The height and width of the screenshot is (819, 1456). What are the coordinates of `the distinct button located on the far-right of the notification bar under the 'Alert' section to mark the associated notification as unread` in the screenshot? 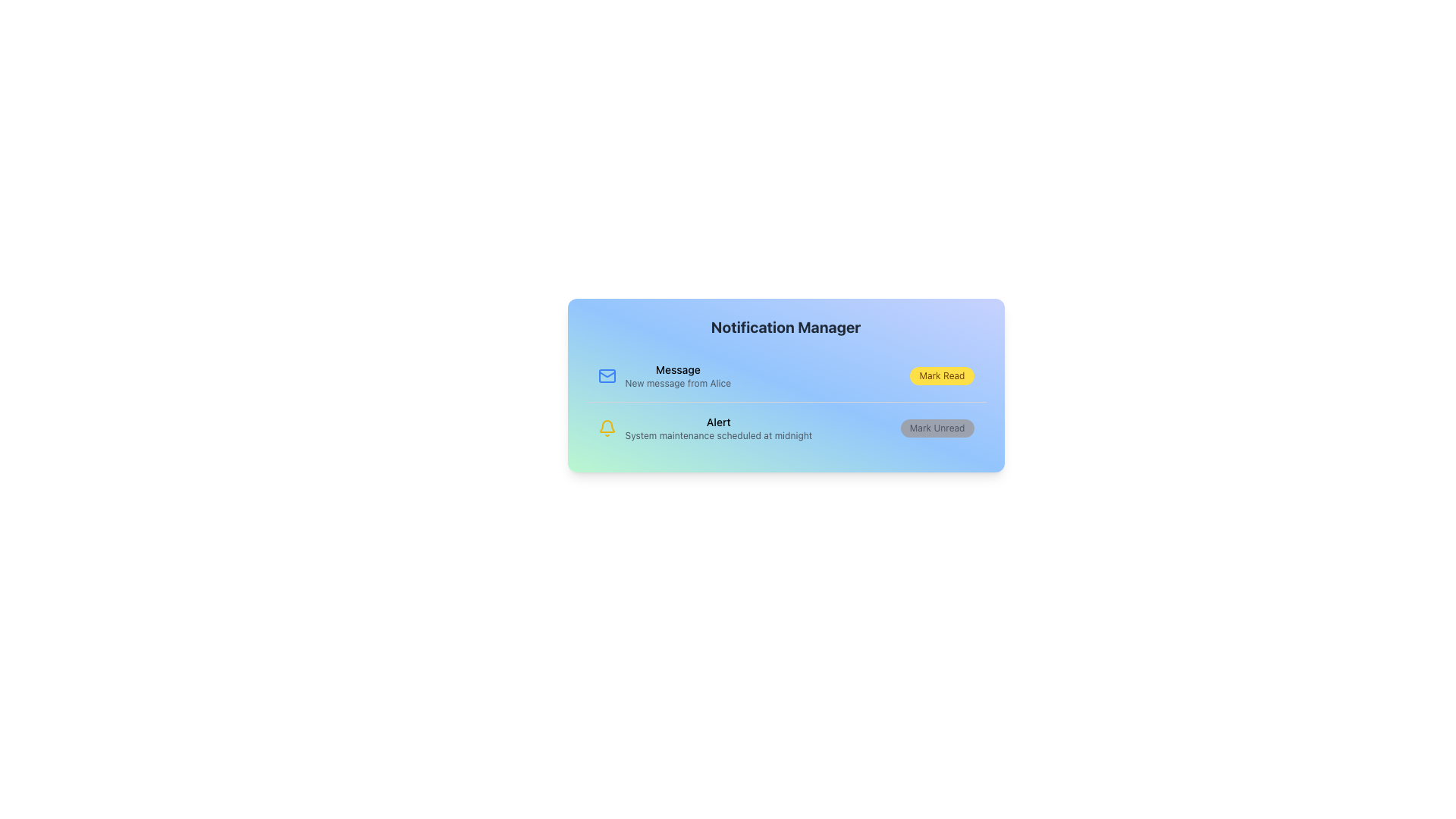 It's located at (937, 428).